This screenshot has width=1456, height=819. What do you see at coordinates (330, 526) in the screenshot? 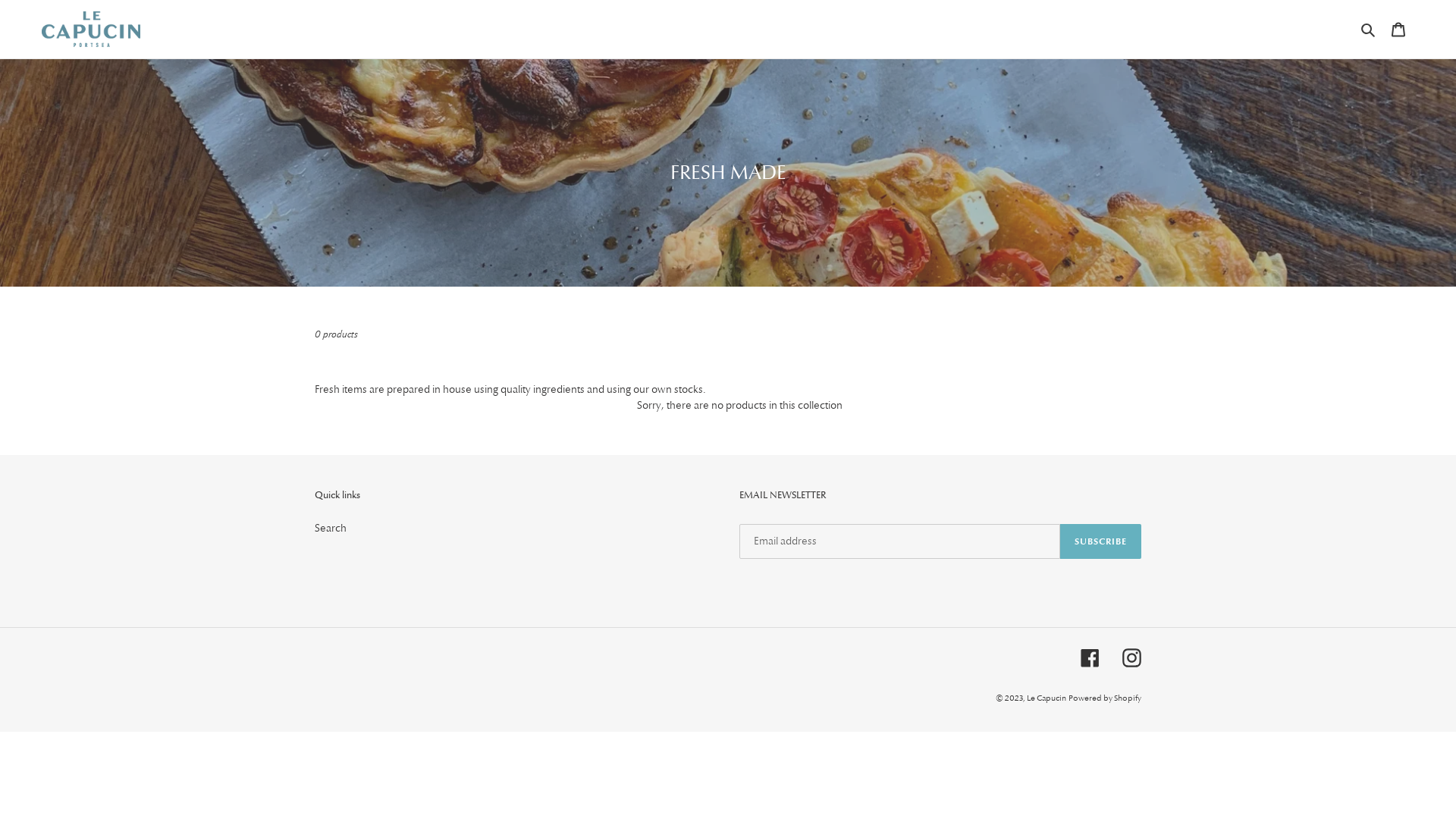
I see `'Search'` at bounding box center [330, 526].